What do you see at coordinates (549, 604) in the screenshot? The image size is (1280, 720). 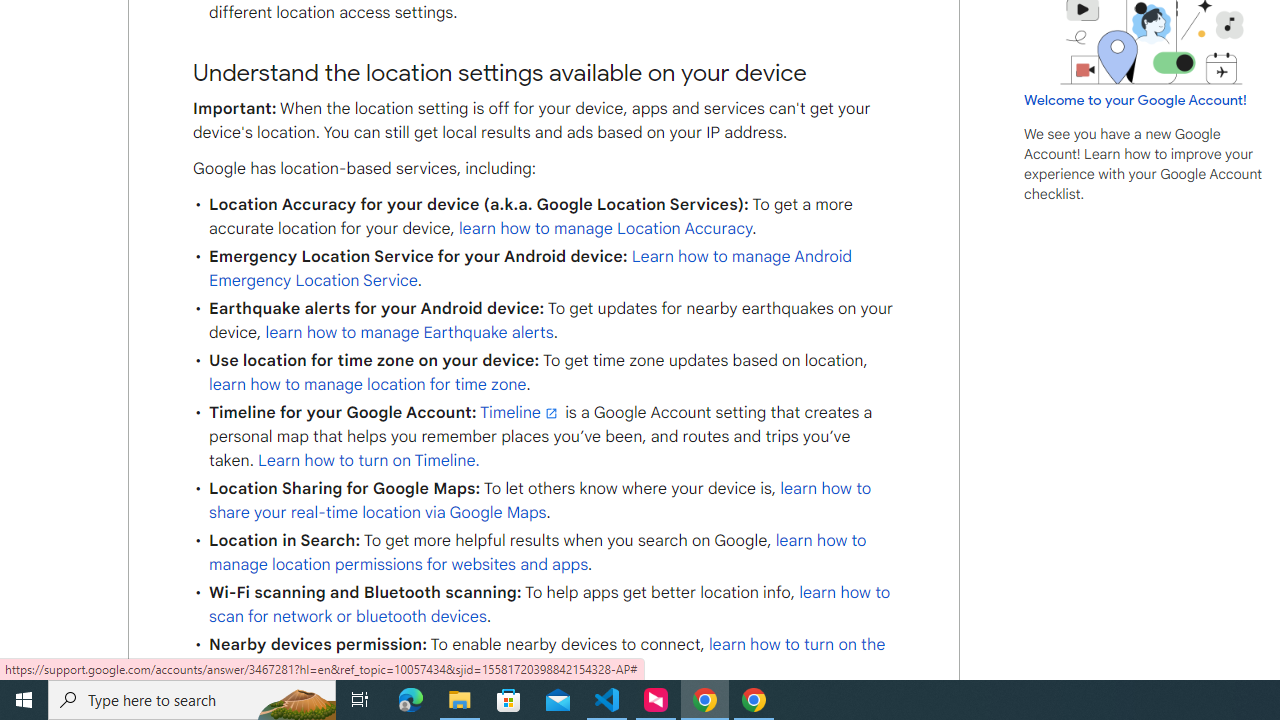 I see `'learn how to scan for network or bluetooth devices'` at bounding box center [549, 604].